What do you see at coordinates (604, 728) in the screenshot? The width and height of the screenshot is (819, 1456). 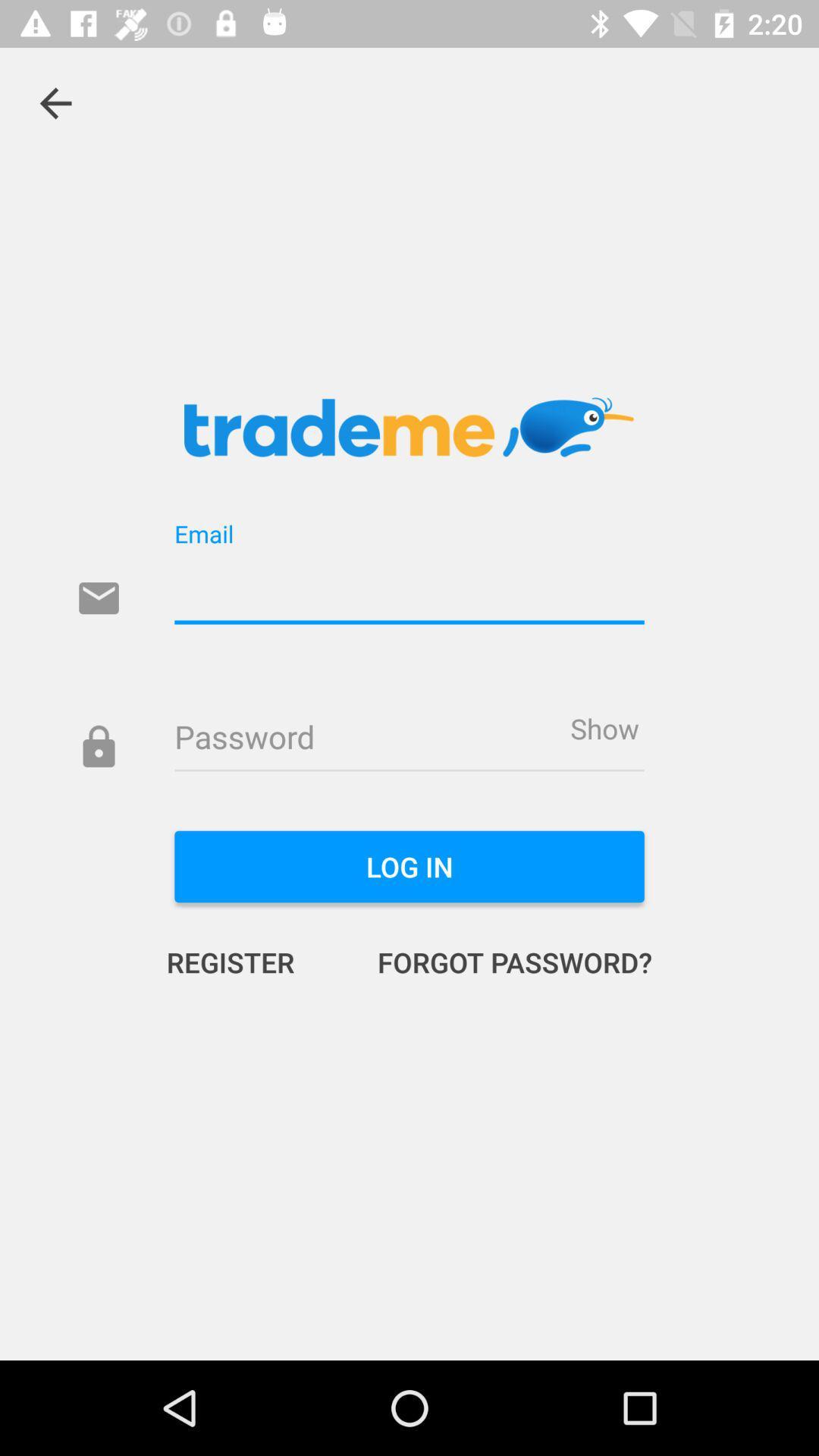 I see `icon on the right` at bounding box center [604, 728].